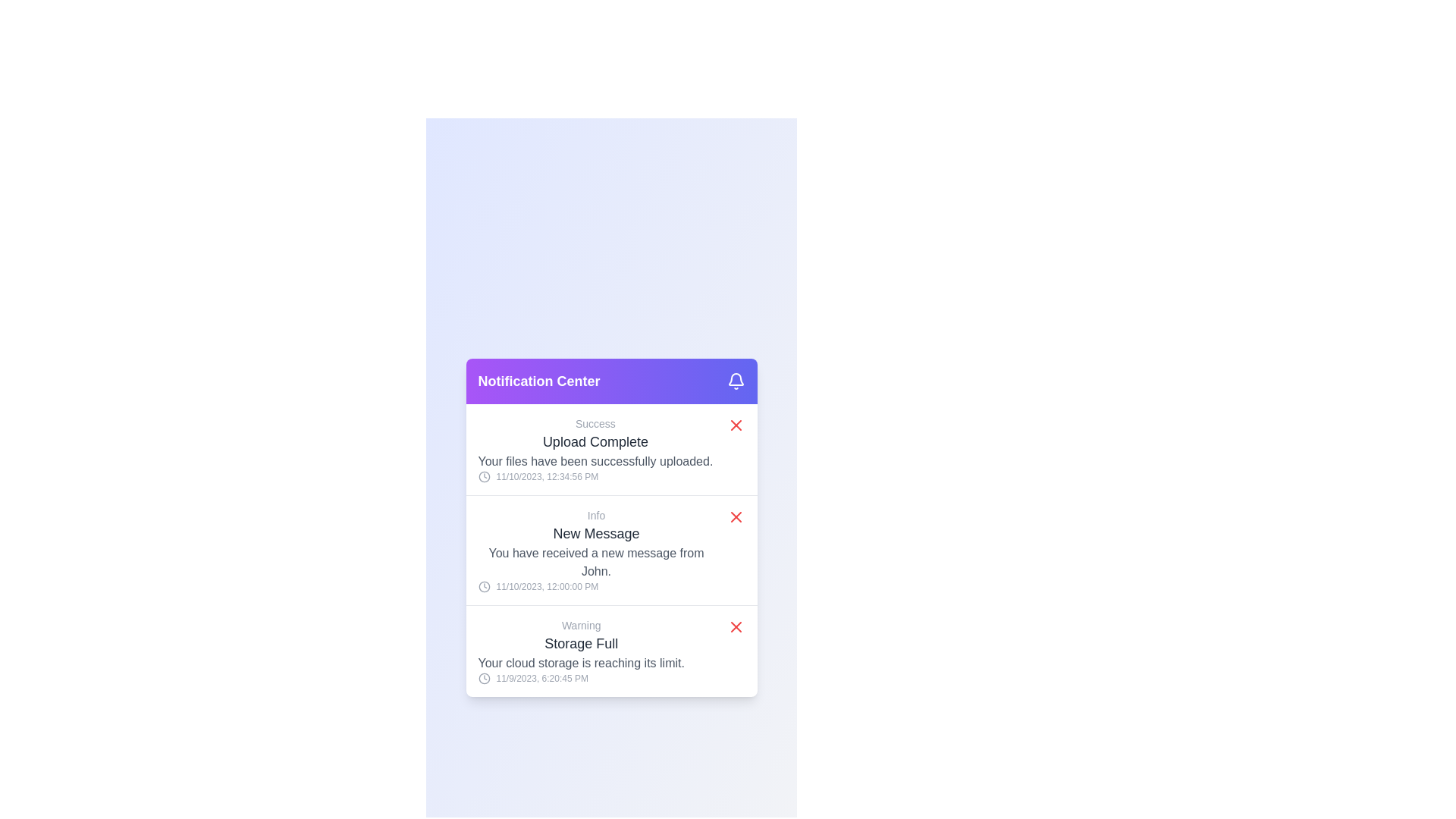  I want to click on the close button of the 'Upload Complete' notification to change its visual state, so click(736, 425).